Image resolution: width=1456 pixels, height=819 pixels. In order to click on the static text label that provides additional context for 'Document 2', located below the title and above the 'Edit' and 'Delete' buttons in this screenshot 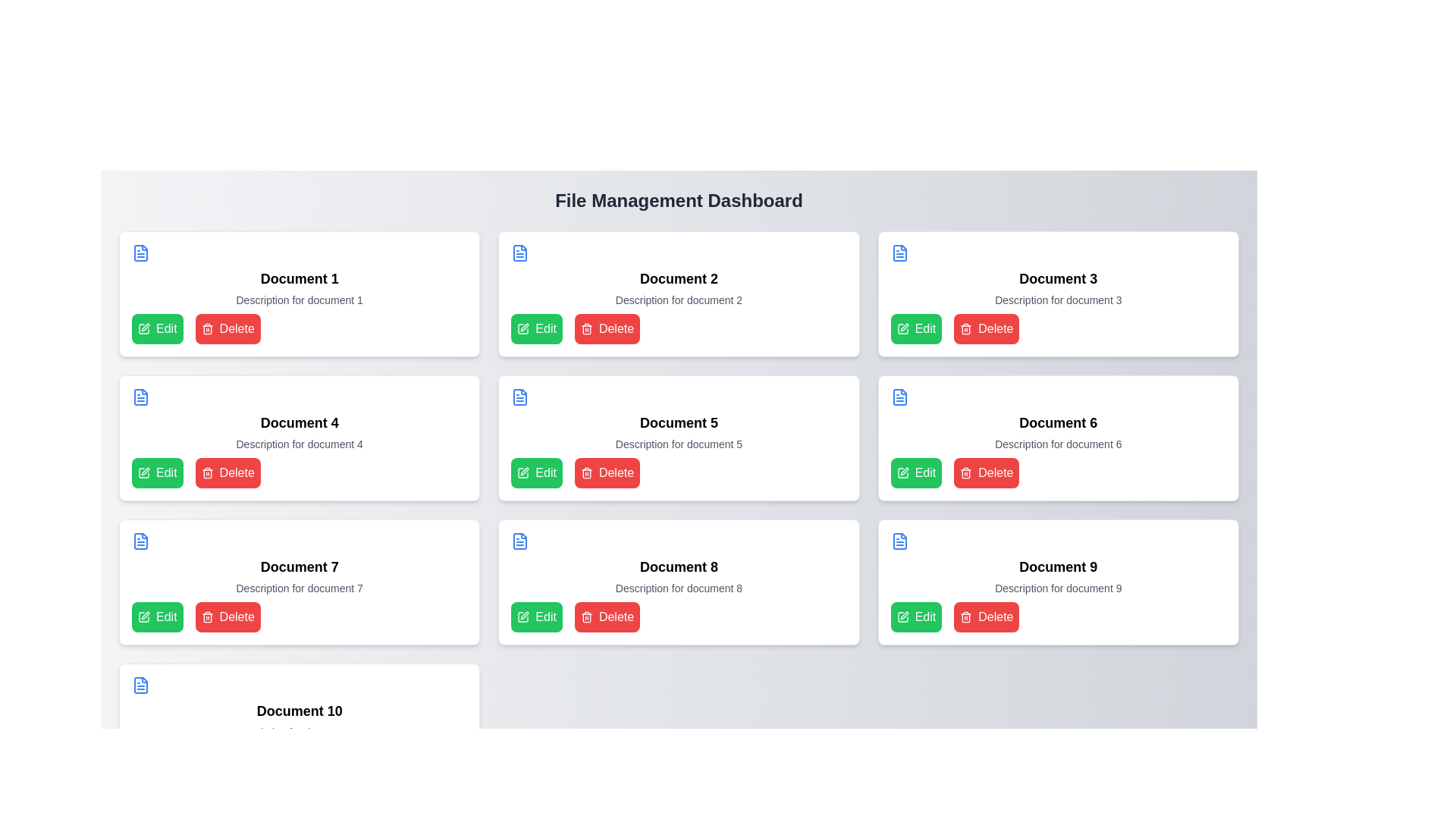, I will do `click(678, 300)`.